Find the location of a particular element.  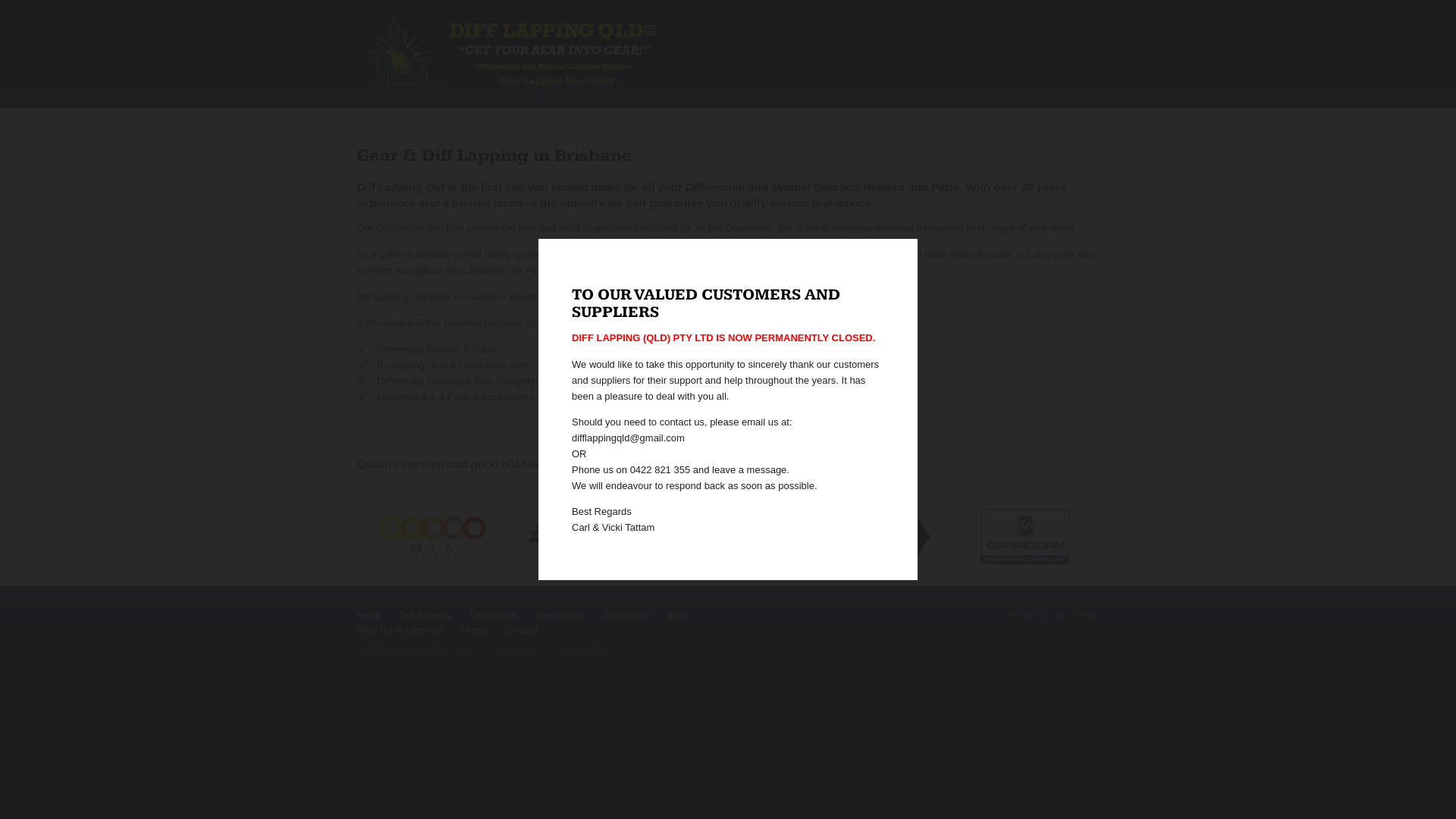

'Gear Ratios' is located at coordinates (560, 616).